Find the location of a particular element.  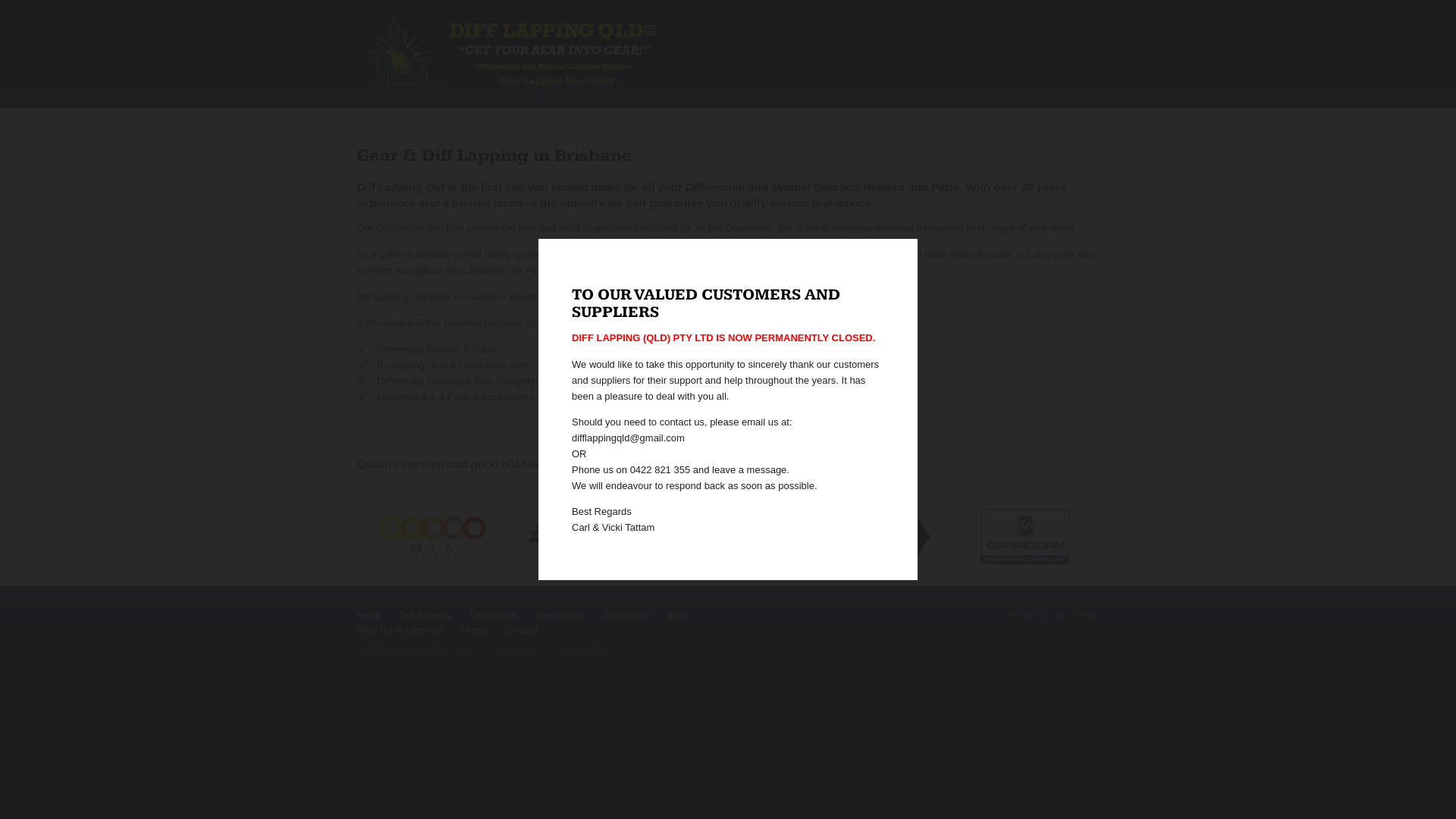

'Gear Ratios' is located at coordinates (560, 616).